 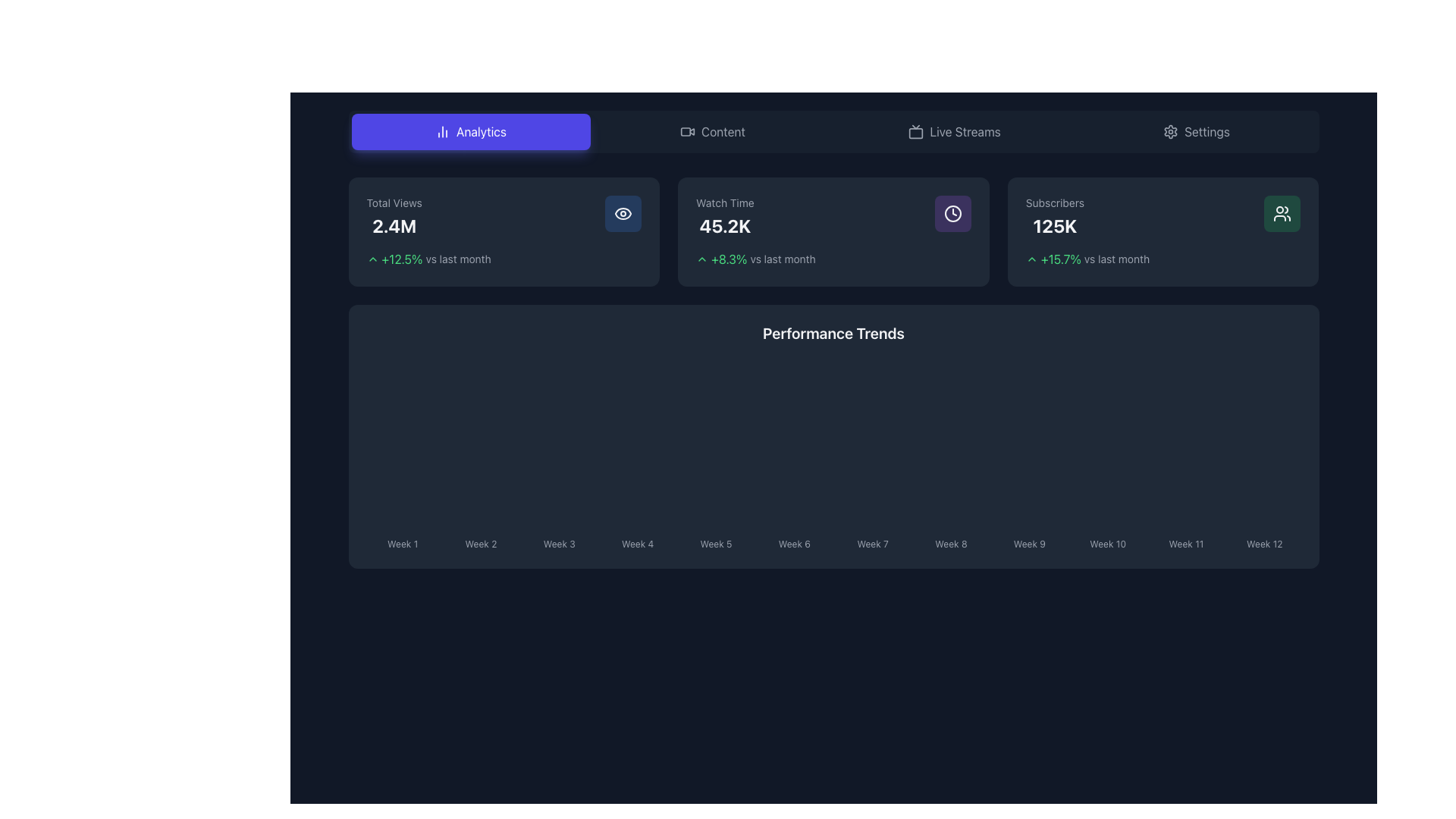 I want to click on the text label indicating performance trends, located in the upper middle section of the large card or panel, so click(x=833, y=332).